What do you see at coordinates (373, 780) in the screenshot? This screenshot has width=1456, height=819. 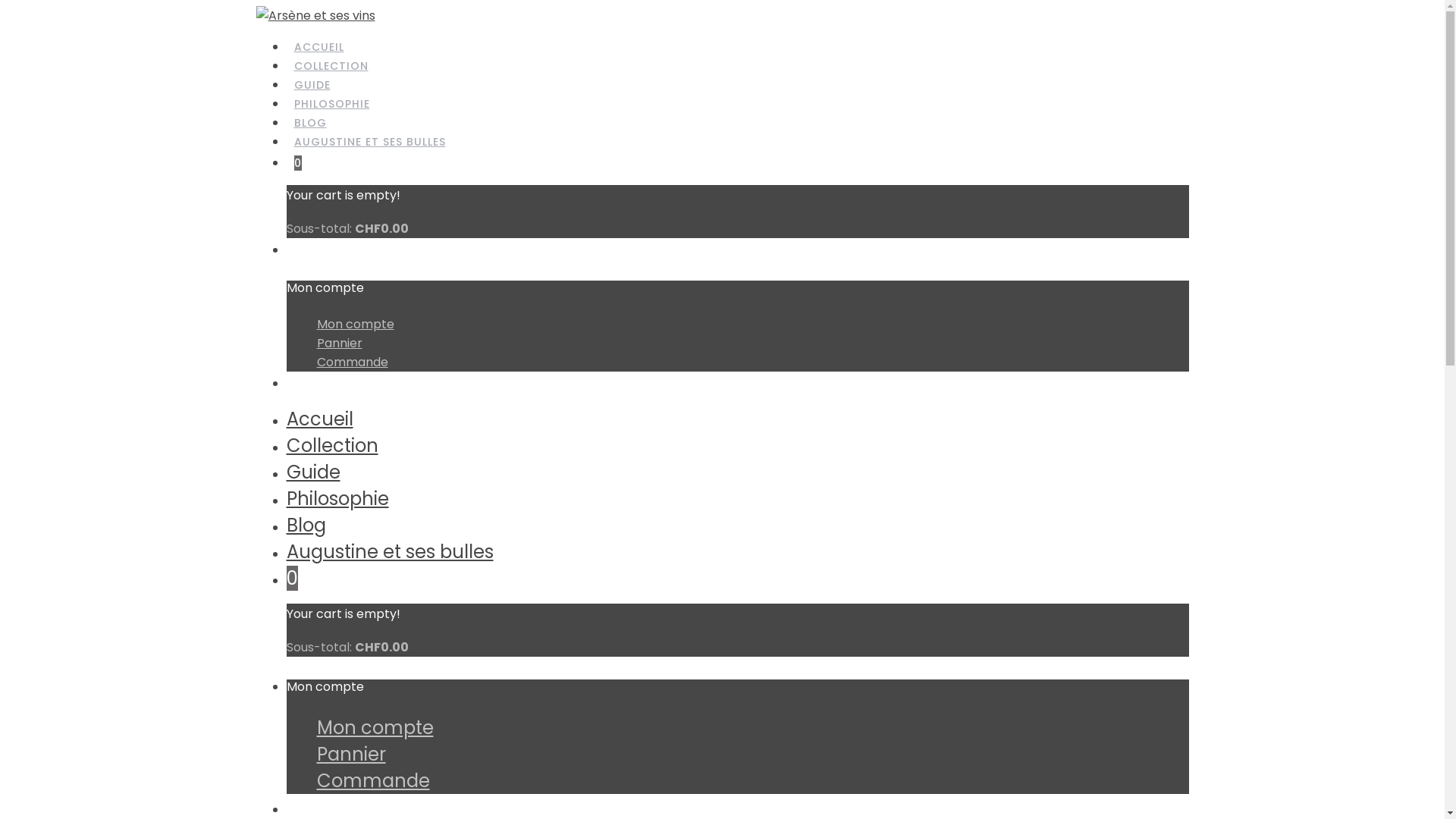 I see `'Commande'` at bounding box center [373, 780].